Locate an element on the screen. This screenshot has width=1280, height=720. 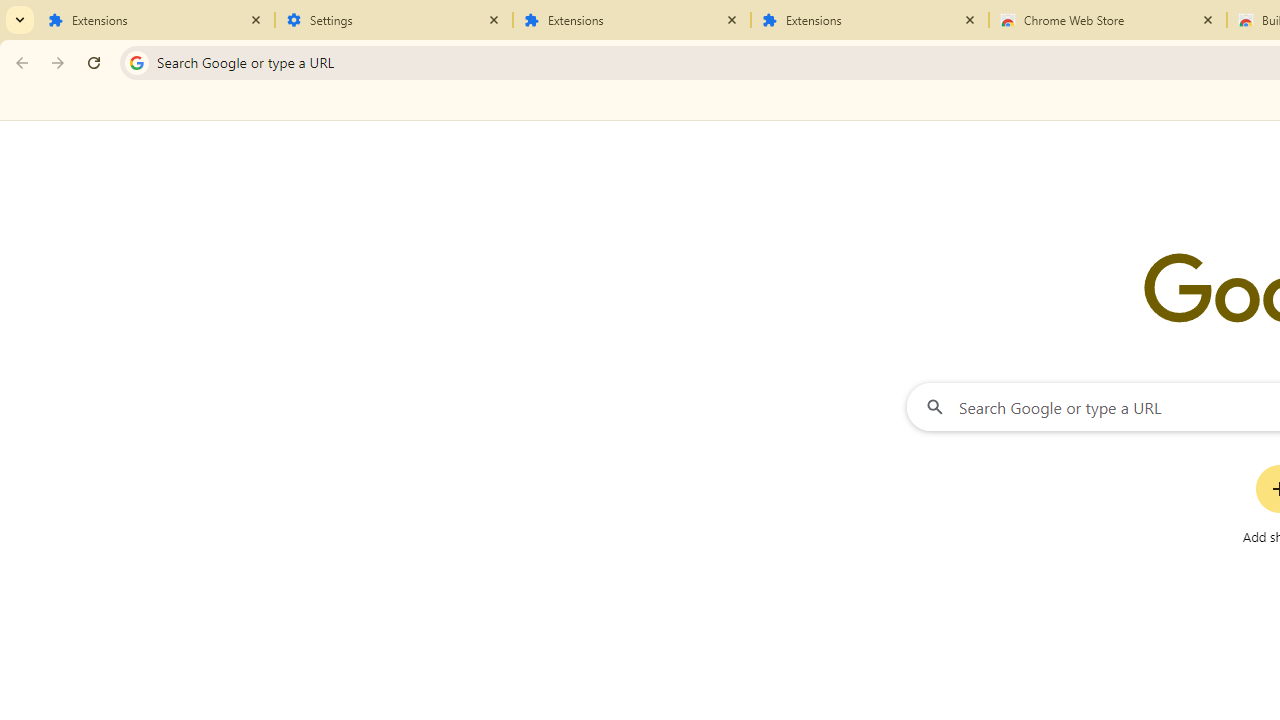
'Close' is located at coordinates (1207, 19).